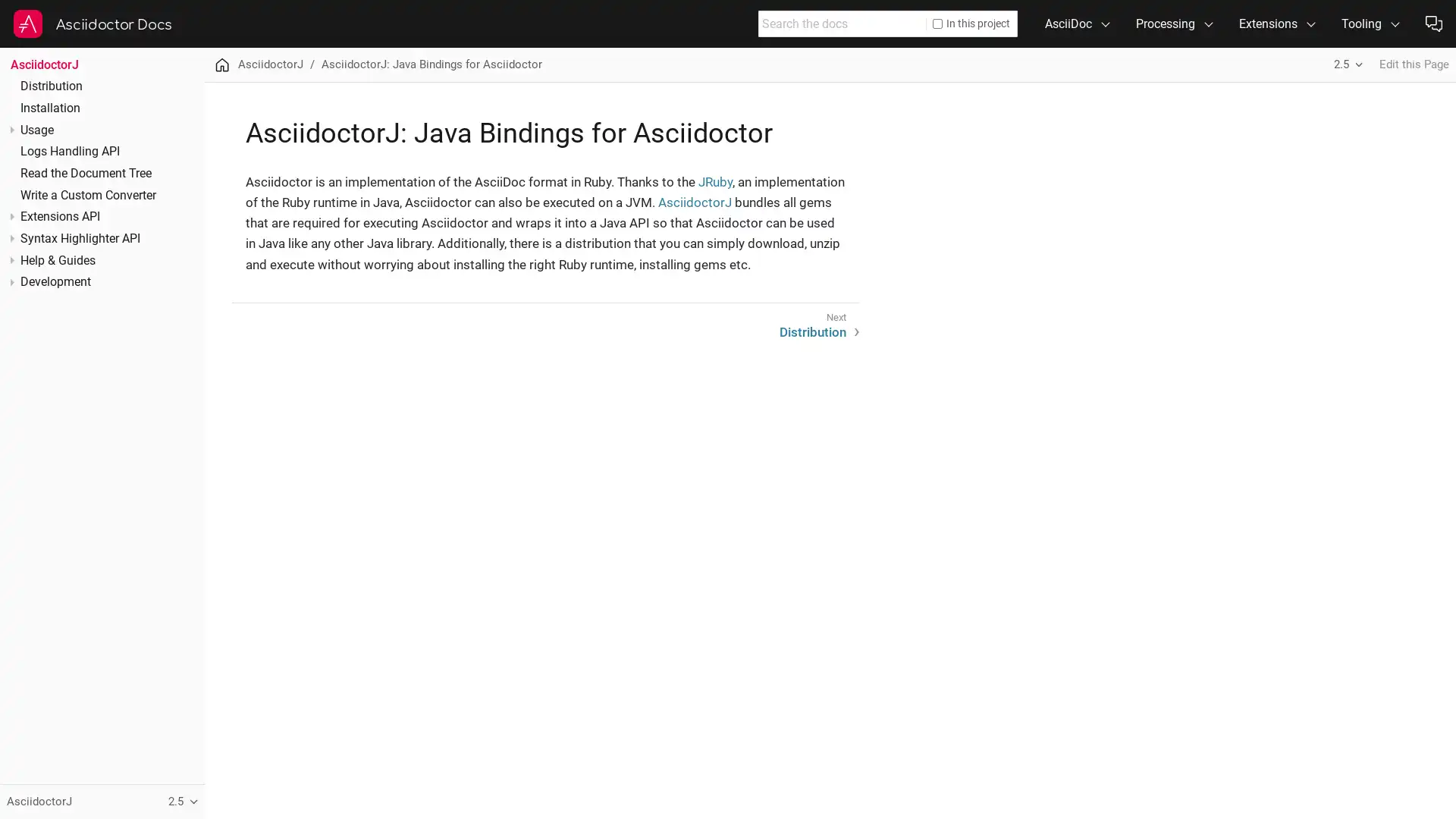 This screenshot has width=1456, height=819. What do you see at coordinates (1348, 64) in the screenshot?
I see `2.5` at bounding box center [1348, 64].